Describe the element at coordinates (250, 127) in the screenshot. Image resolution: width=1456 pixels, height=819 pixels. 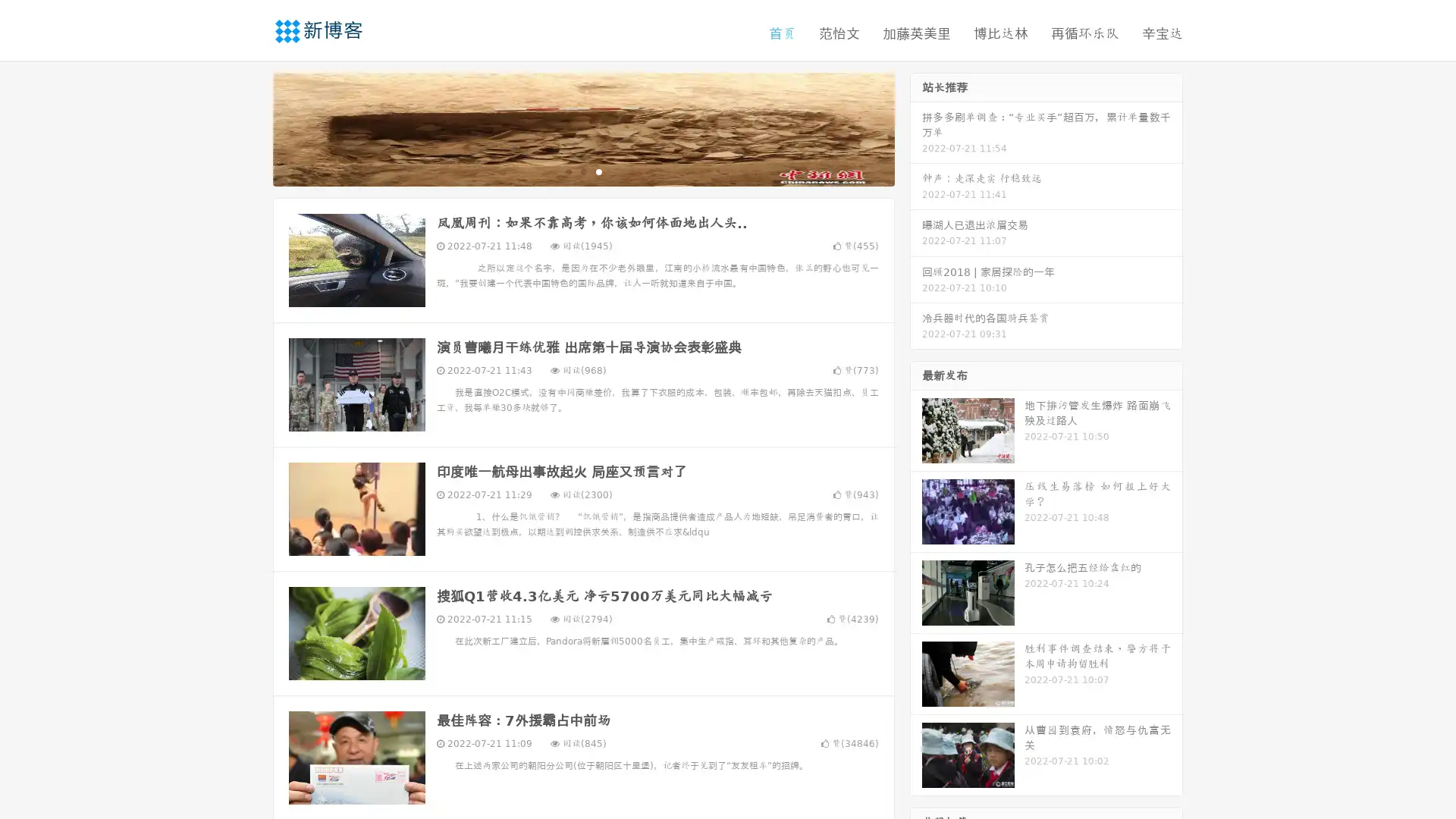
I see `Previous slide` at that location.